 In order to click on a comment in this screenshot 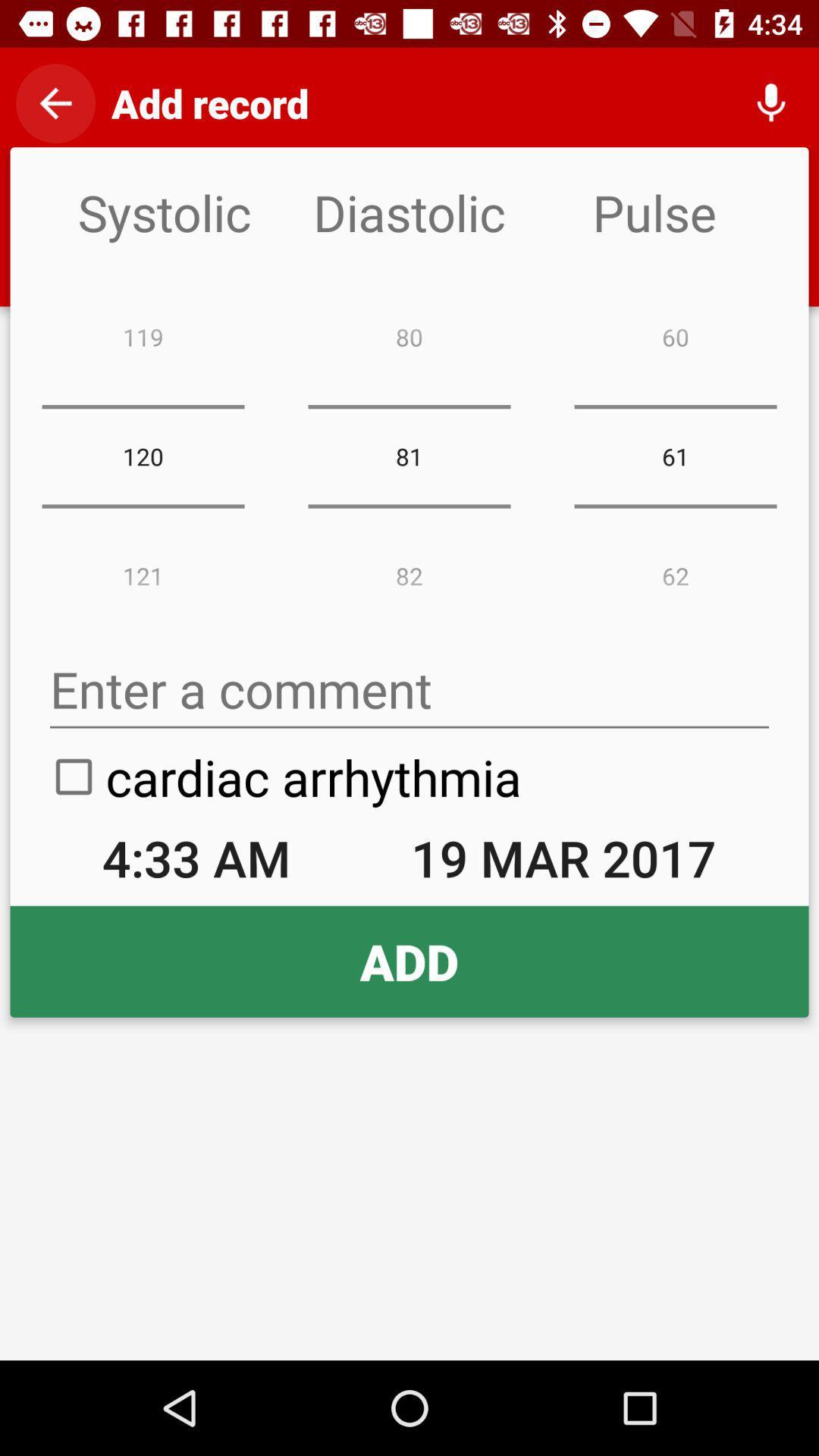, I will do `click(409, 689)`.